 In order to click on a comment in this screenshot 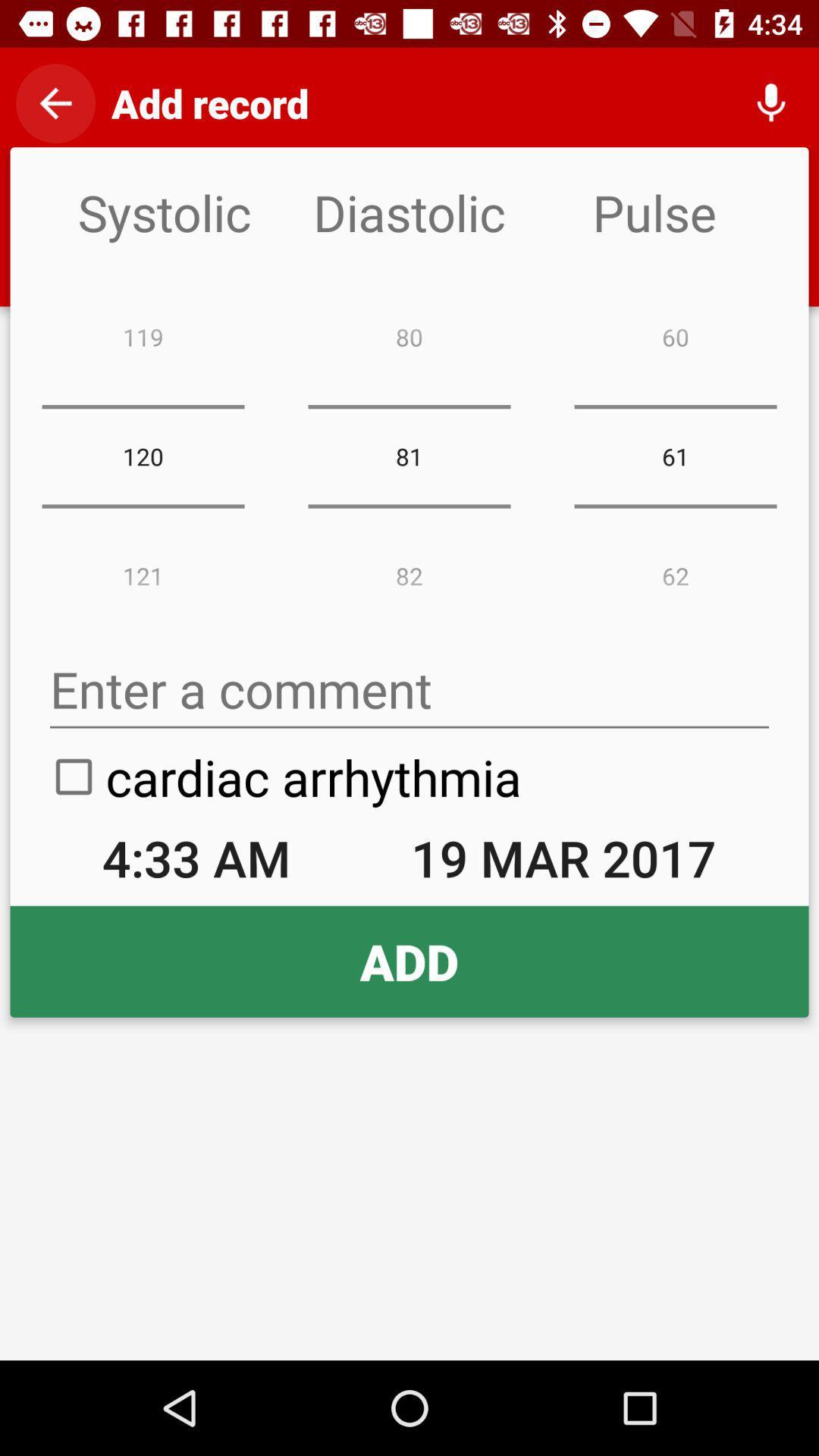, I will do `click(409, 689)`.